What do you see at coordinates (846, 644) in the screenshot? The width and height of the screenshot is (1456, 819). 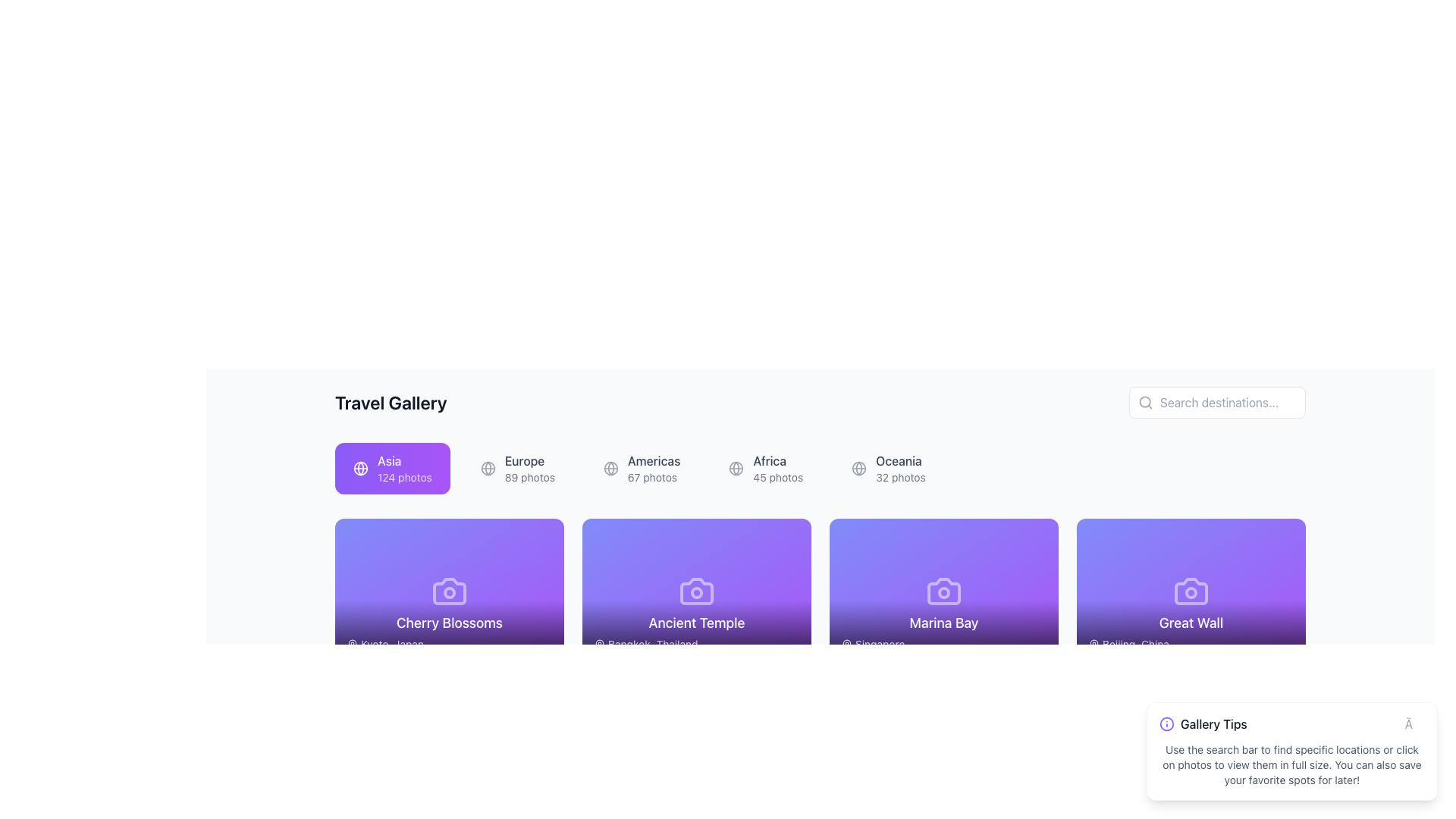 I see `the pin-shaped icon indicating a geographic location next to the label 'Singapore' in the 'Marina Bay' card` at bounding box center [846, 644].